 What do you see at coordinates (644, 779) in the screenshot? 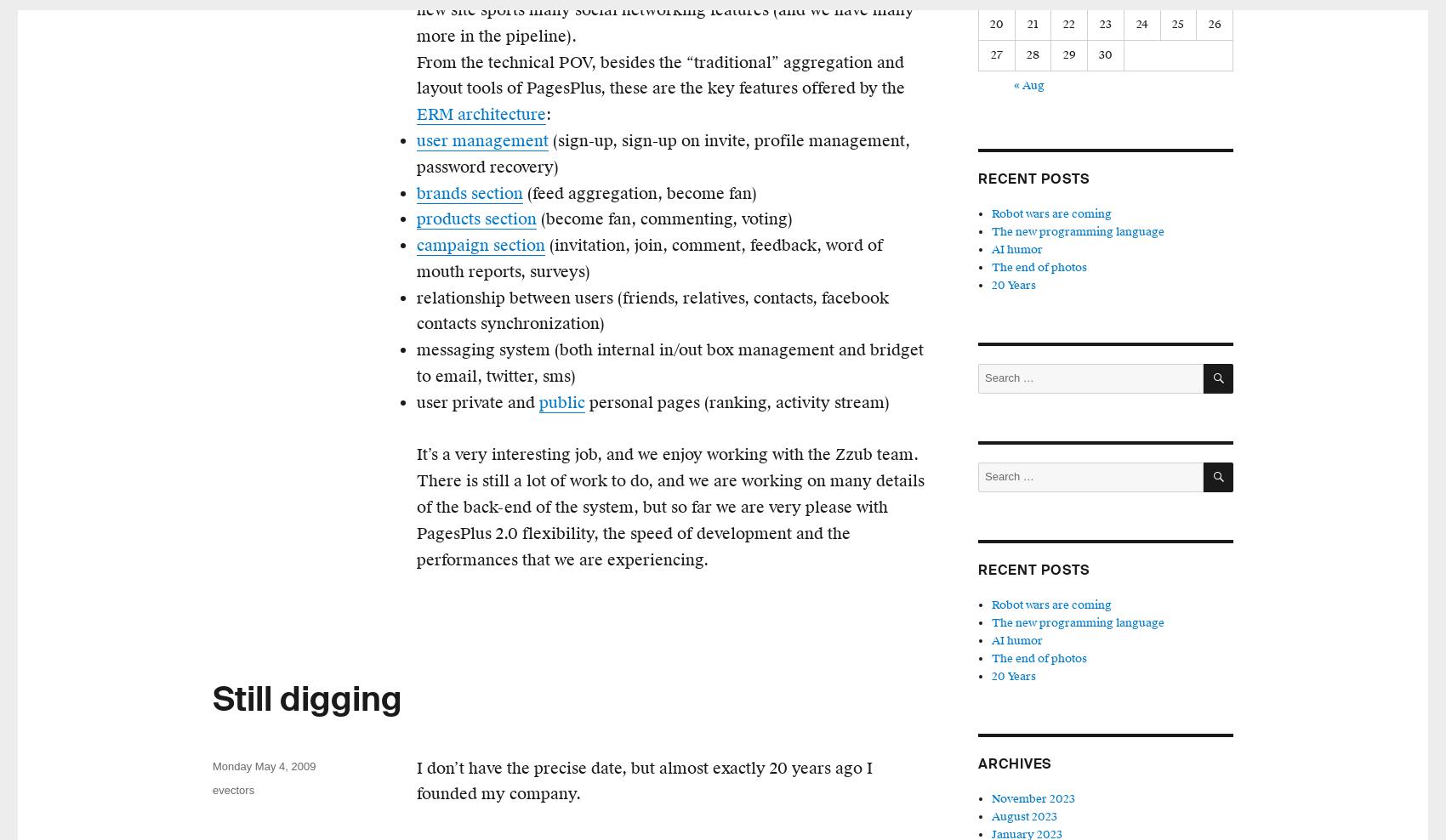
I see `'I don’t have the precise date, but almost exactly 20 years ago I founded my company.'` at bounding box center [644, 779].